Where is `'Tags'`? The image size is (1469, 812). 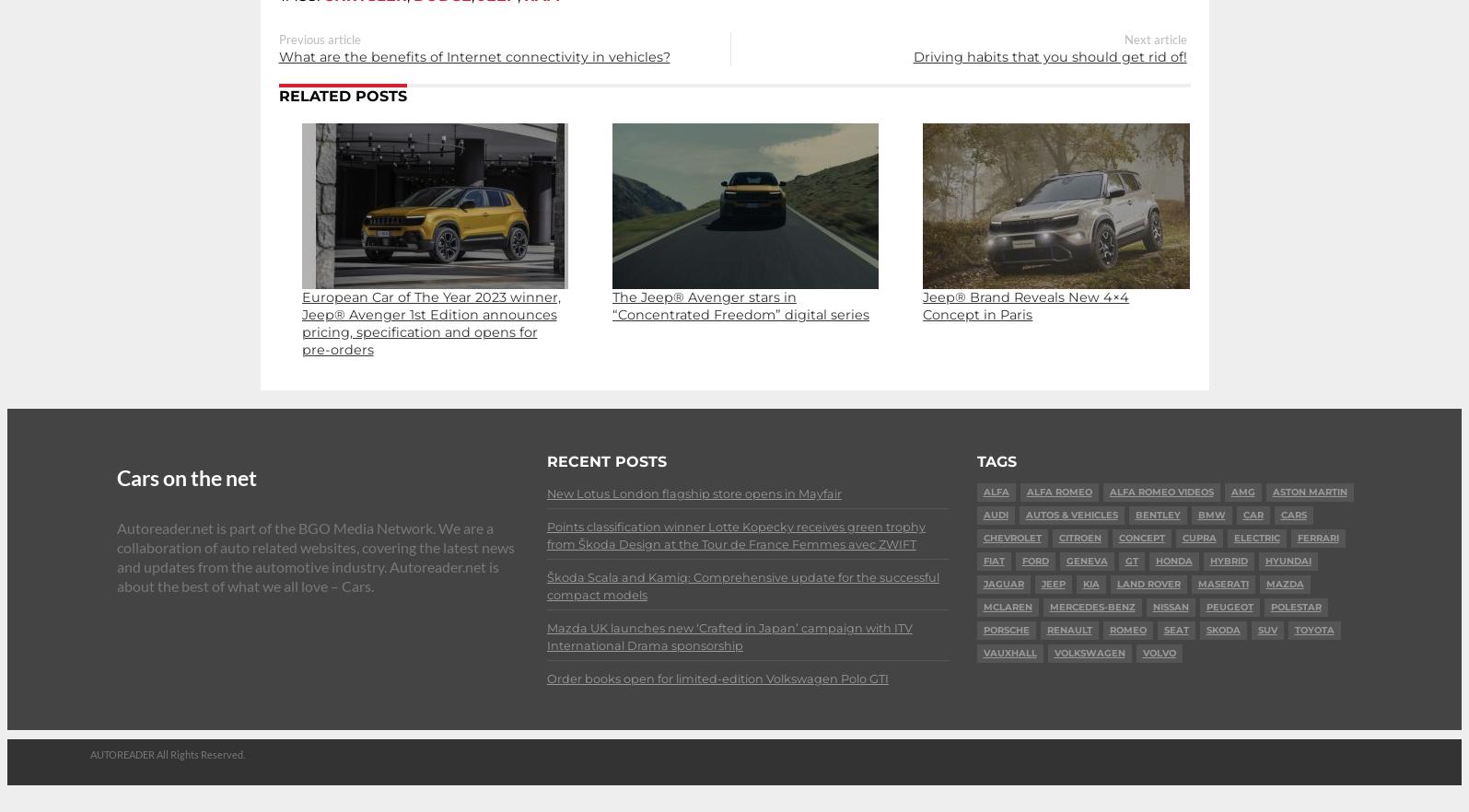
'Tags' is located at coordinates (995, 460).